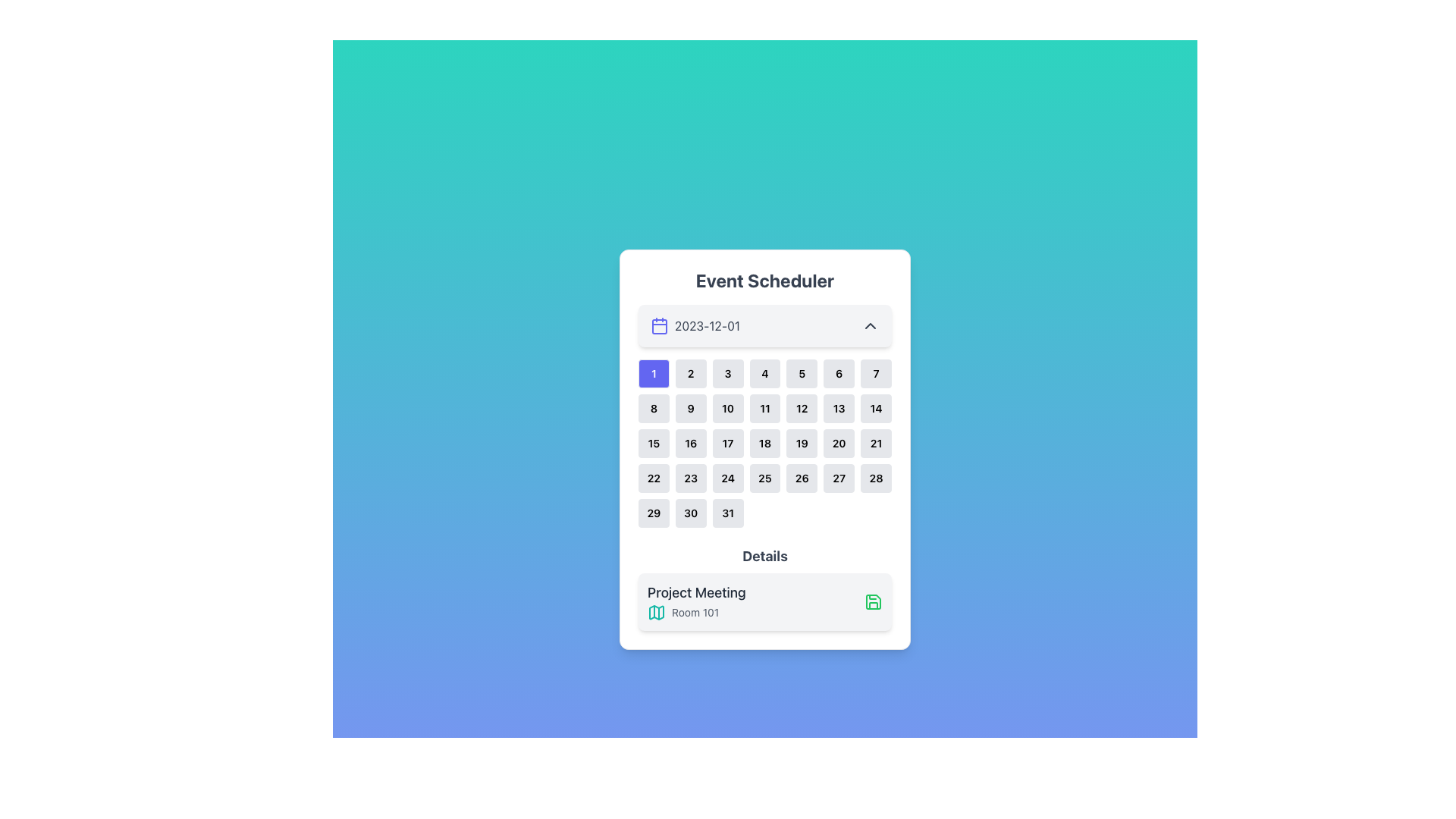  Describe the element at coordinates (764, 444) in the screenshot. I see `the button representing the date '18' in the calendar UI for keyboard interaction` at that location.